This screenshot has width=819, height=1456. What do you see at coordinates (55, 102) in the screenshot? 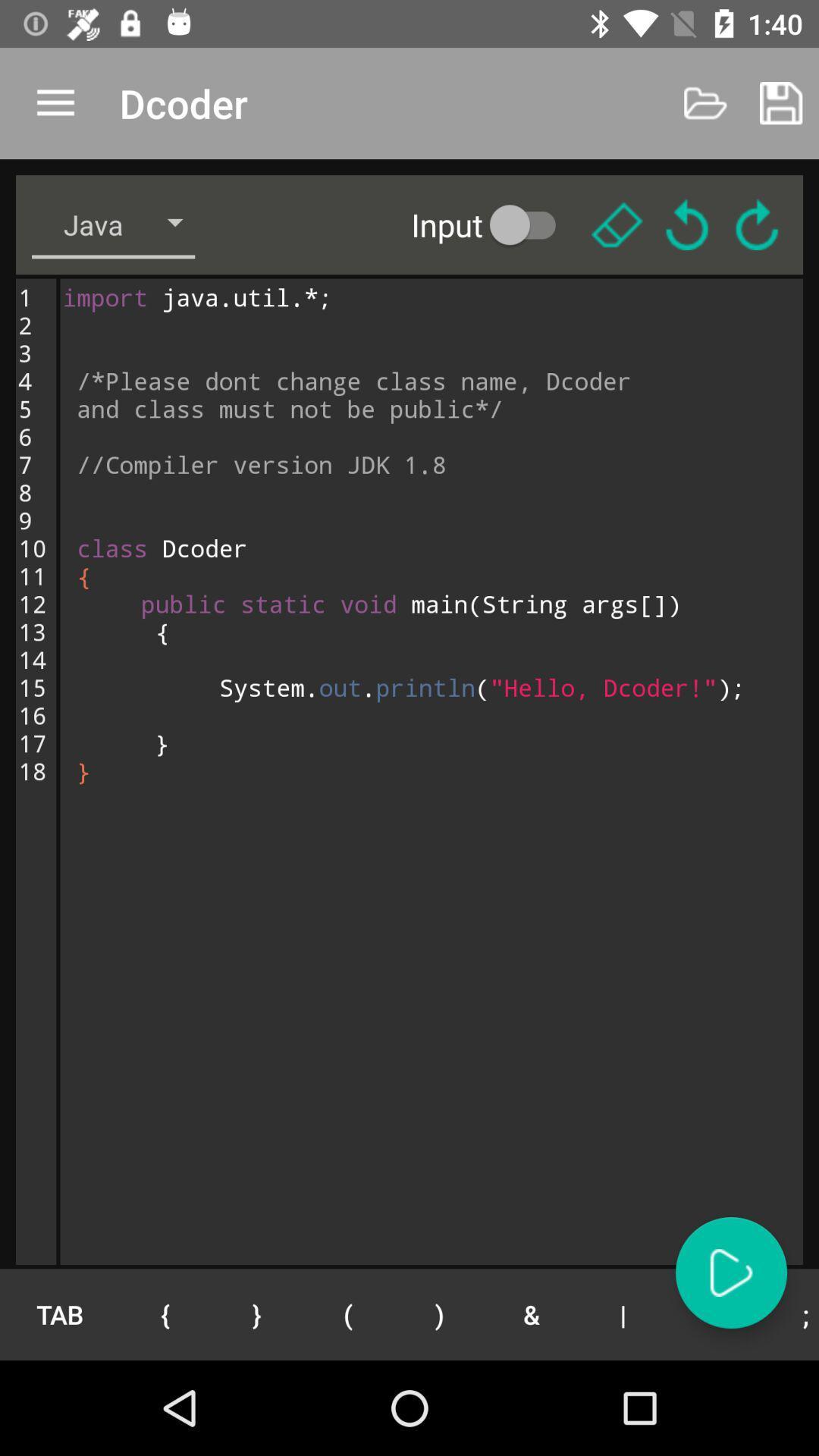
I see `app to the left of the dcoder app` at bounding box center [55, 102].